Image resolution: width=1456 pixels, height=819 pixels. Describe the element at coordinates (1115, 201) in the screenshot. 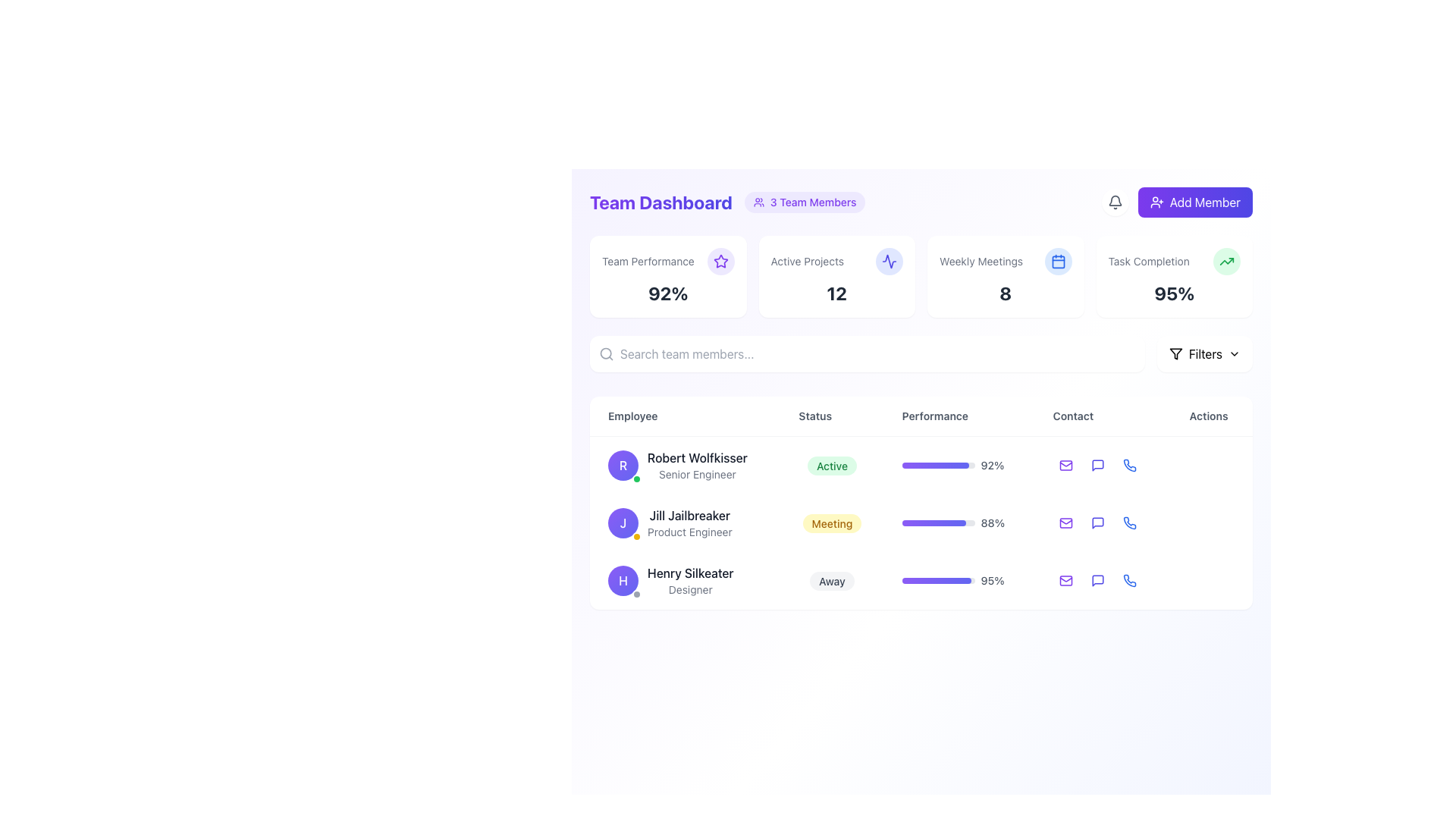

I see `the notification icon button located in the top-right corner of the page, just before the purple 'Add Member' button` at that location.